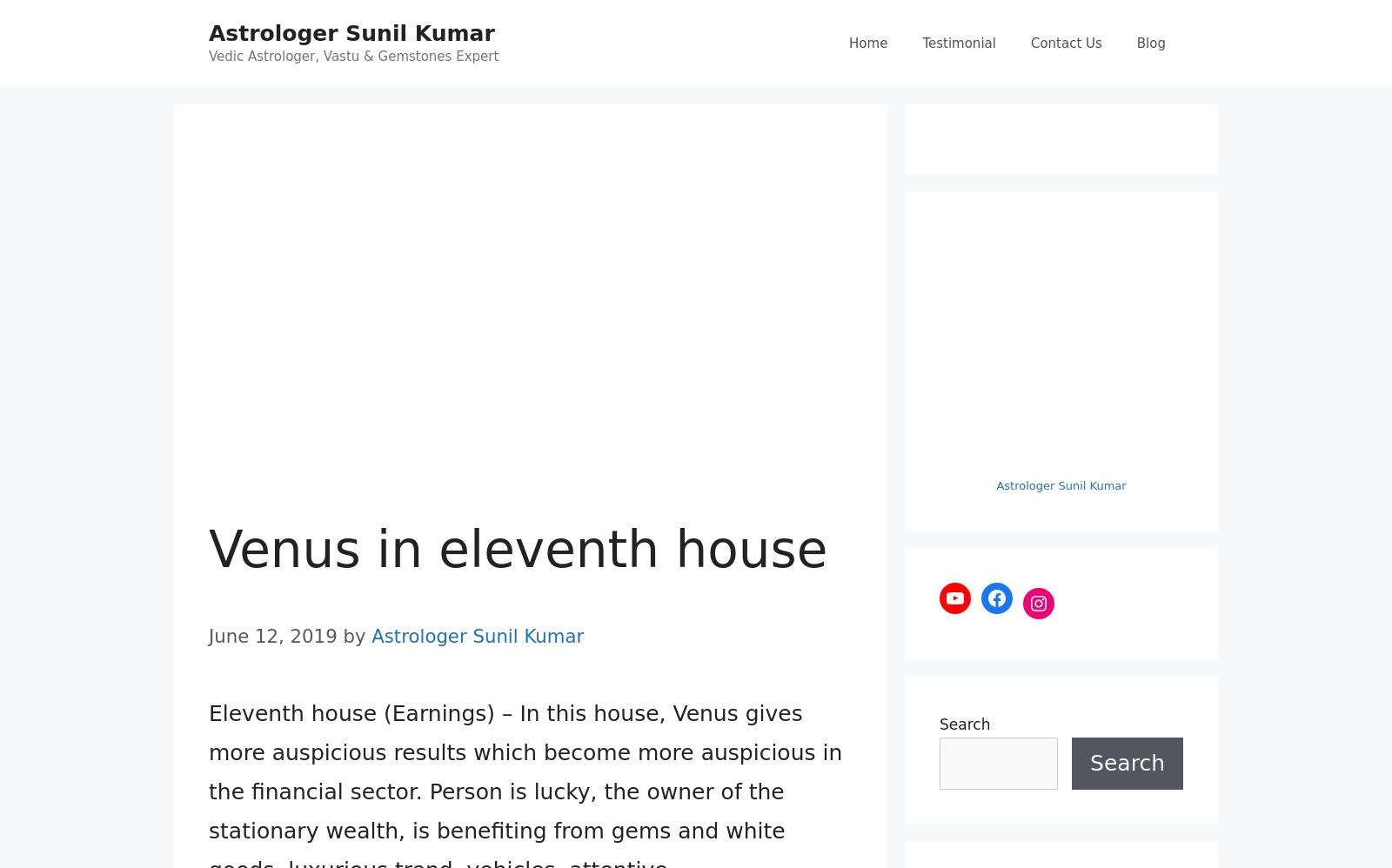 This screenshot has width=1392, height=868. I want to click on 'Blog', so click(1150, 43).